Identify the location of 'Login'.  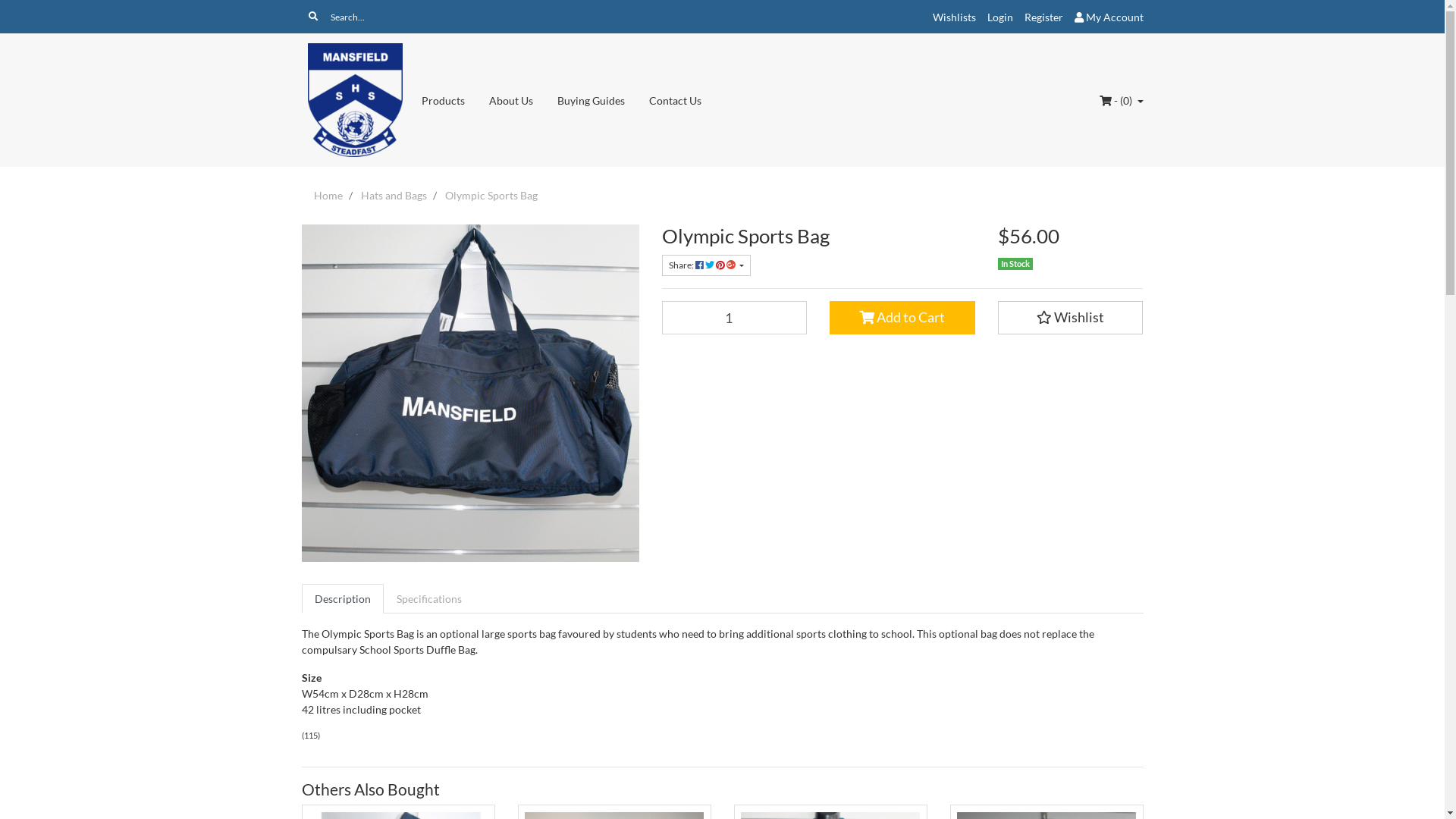
(1000, 17).